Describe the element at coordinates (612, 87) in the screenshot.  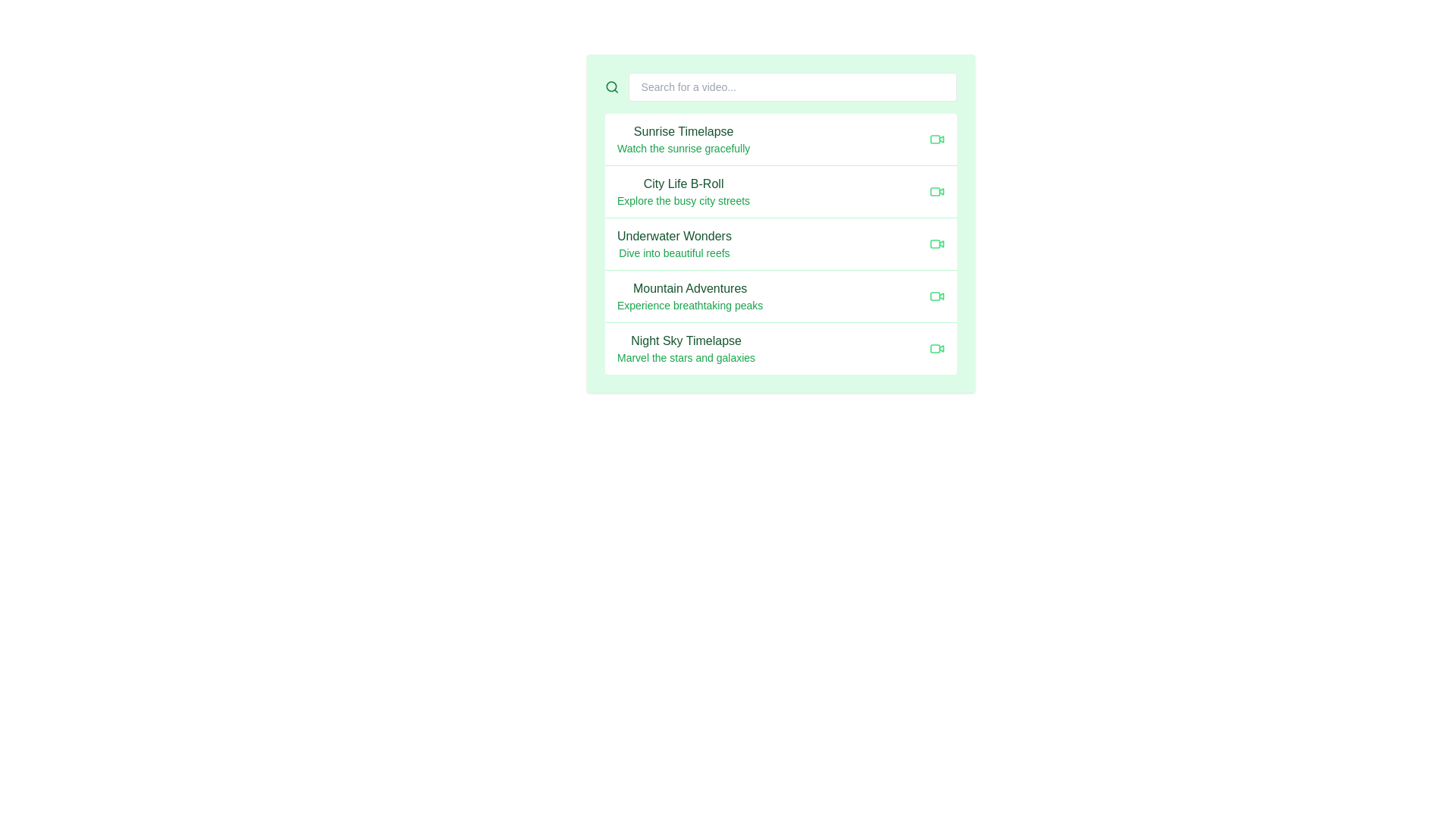
I see `the green magnifying glass-shaped icon representing search action, located at the far left of the search functionality section` at that location.